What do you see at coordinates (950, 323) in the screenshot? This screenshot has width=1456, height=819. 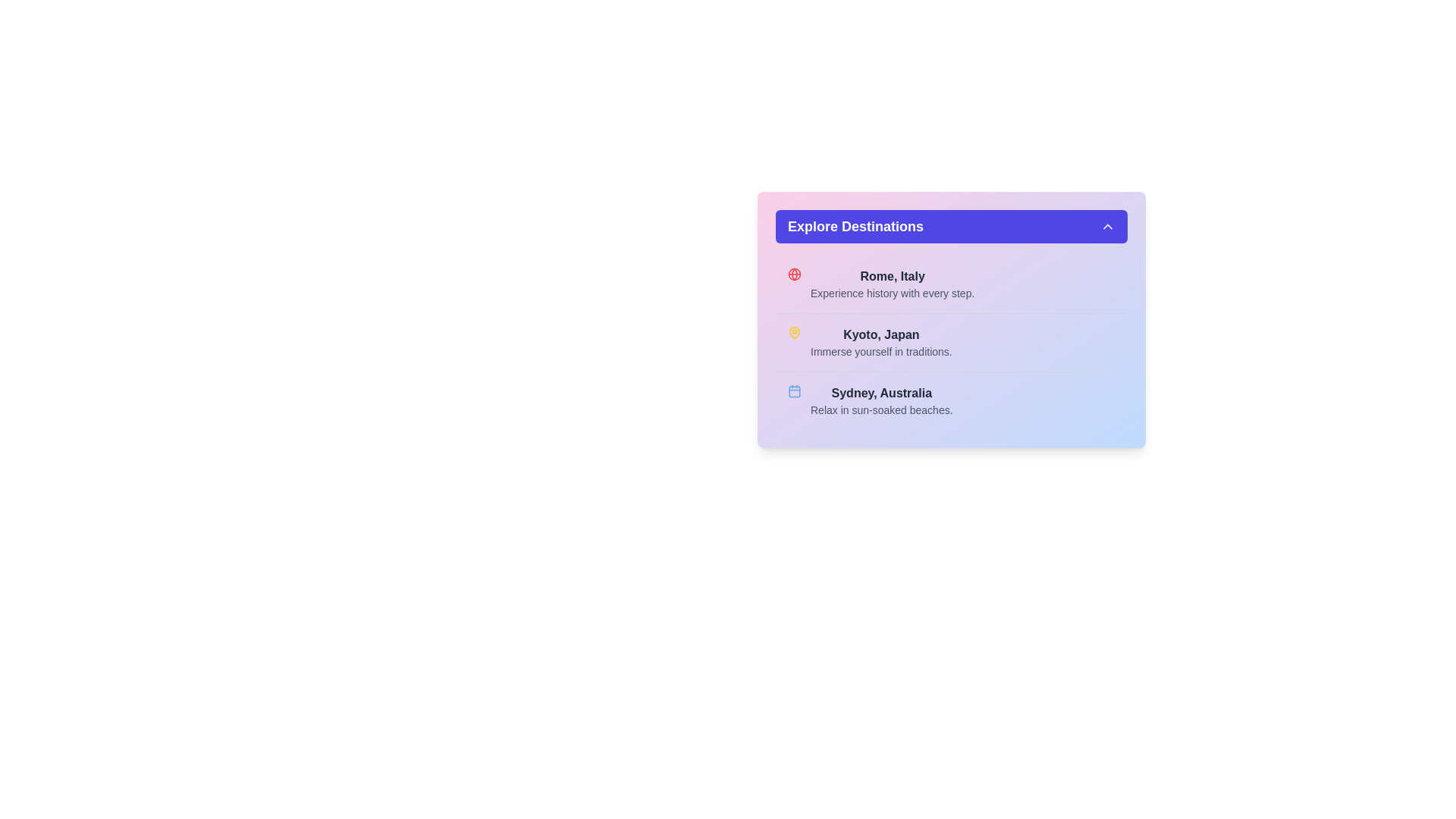 I see `the informational card displaying the city name 'Kyoto, Japan', which is the second item in the vertical layout of destinations` at bounding box center [950, 323].